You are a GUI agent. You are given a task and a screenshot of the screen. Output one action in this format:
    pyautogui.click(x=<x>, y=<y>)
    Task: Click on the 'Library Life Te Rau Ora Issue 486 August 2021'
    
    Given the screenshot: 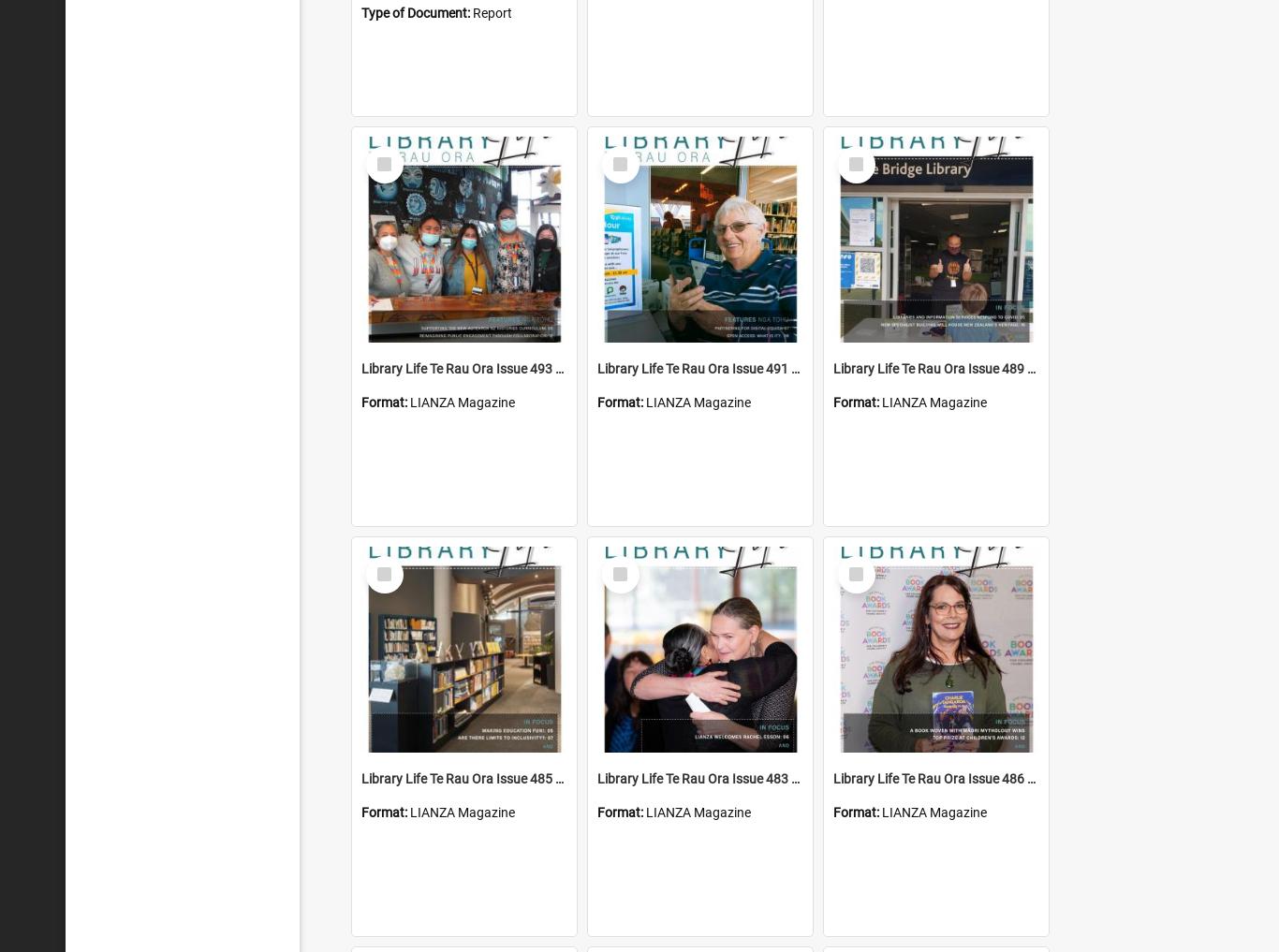 What is the action you would take?
    pyautogui.click(x=966, y=778)
    